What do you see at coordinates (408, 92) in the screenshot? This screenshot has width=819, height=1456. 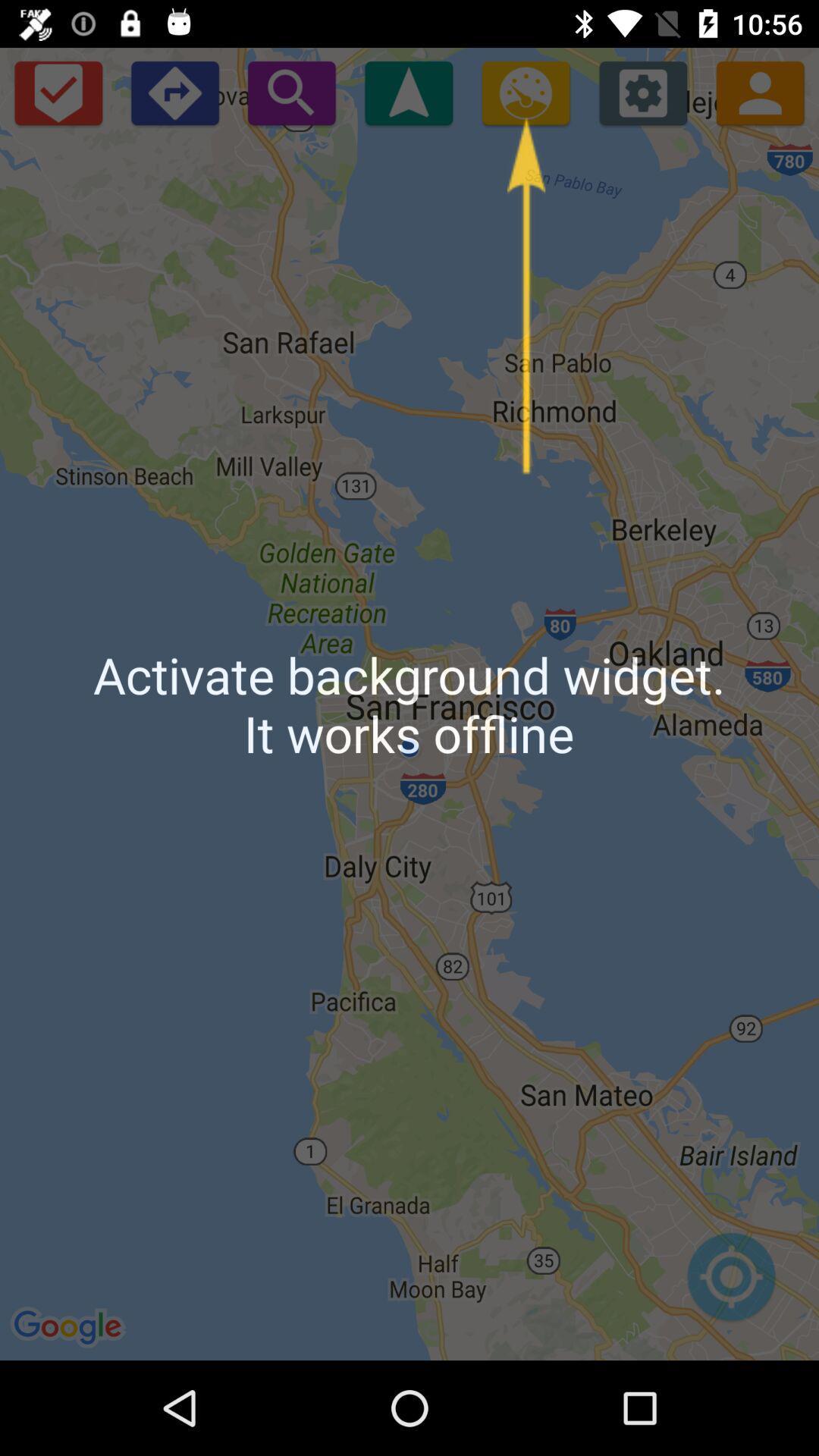 I see `the arrow mark` at bounding box center [408, 92].